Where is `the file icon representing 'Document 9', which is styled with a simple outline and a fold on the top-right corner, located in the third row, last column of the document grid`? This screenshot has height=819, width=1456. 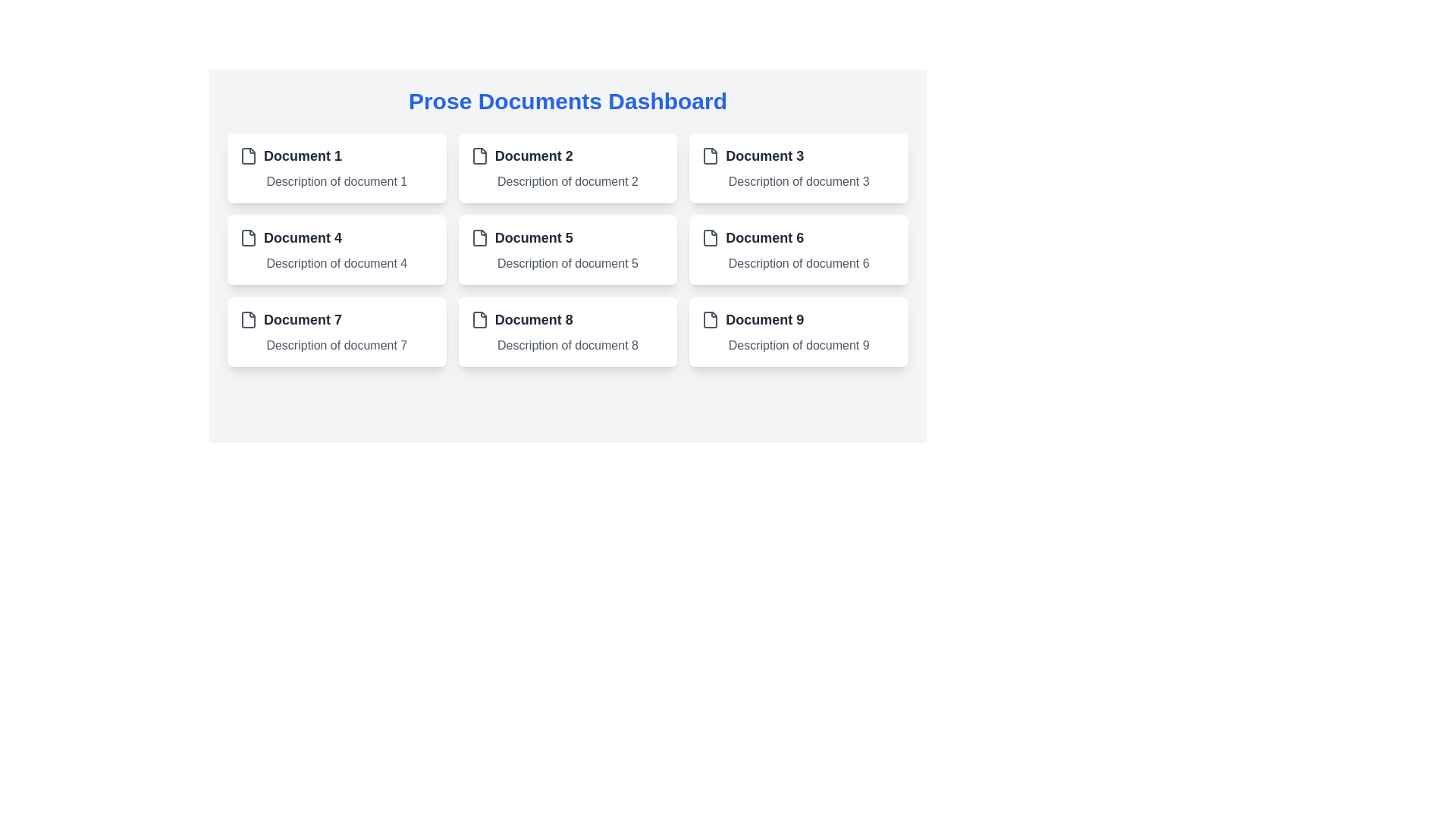 the file icon representing 'Document 9', which is styled with a simple outline and a fold on the top-right corner, located in the third row, last column of the document grid is located at coordinates (710, 318).